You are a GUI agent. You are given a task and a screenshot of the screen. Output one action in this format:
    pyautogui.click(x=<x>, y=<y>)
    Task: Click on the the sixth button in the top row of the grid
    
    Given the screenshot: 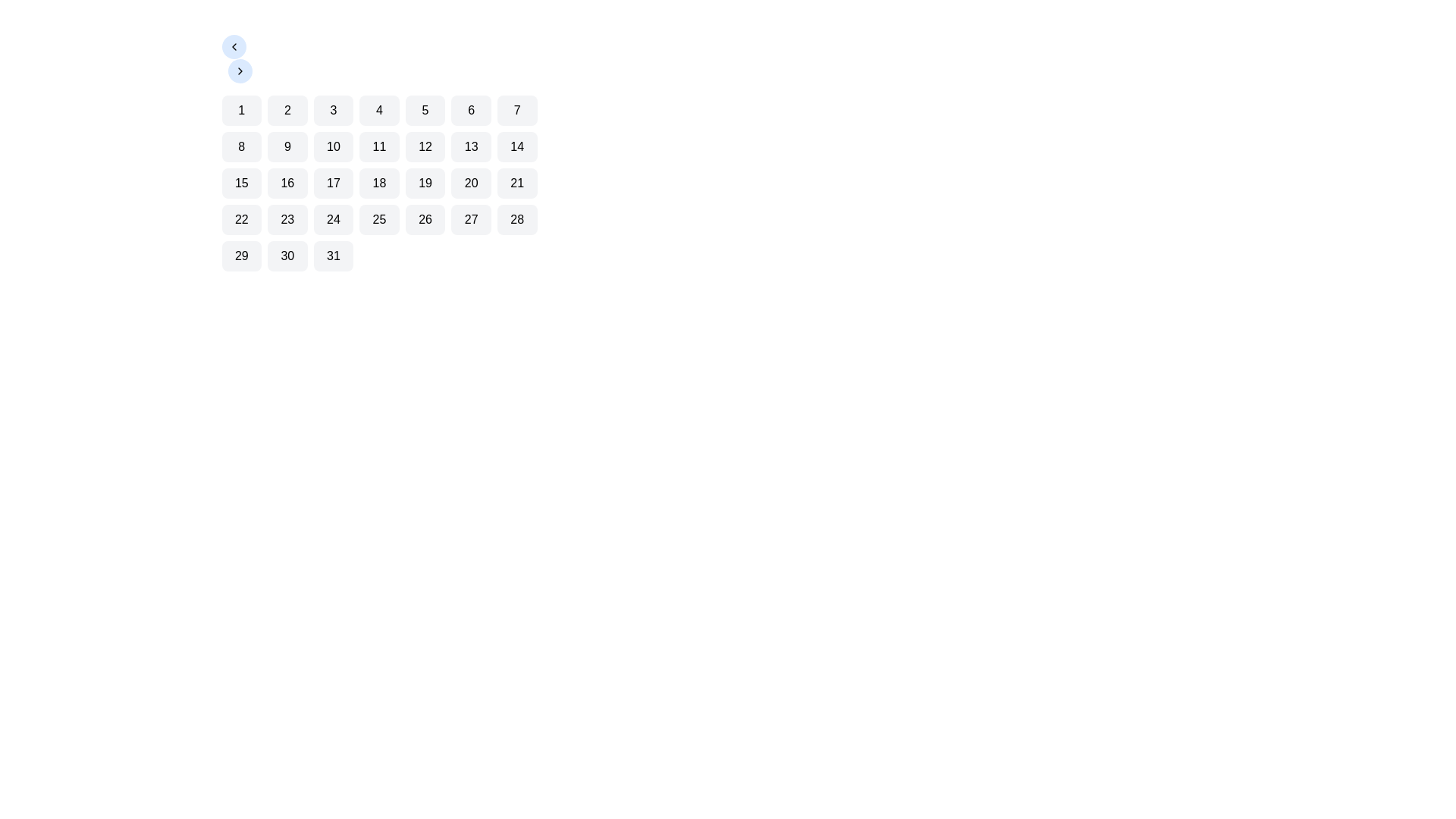 What is the action you would take?
    pyautogui.click(x=470, y=110)
    